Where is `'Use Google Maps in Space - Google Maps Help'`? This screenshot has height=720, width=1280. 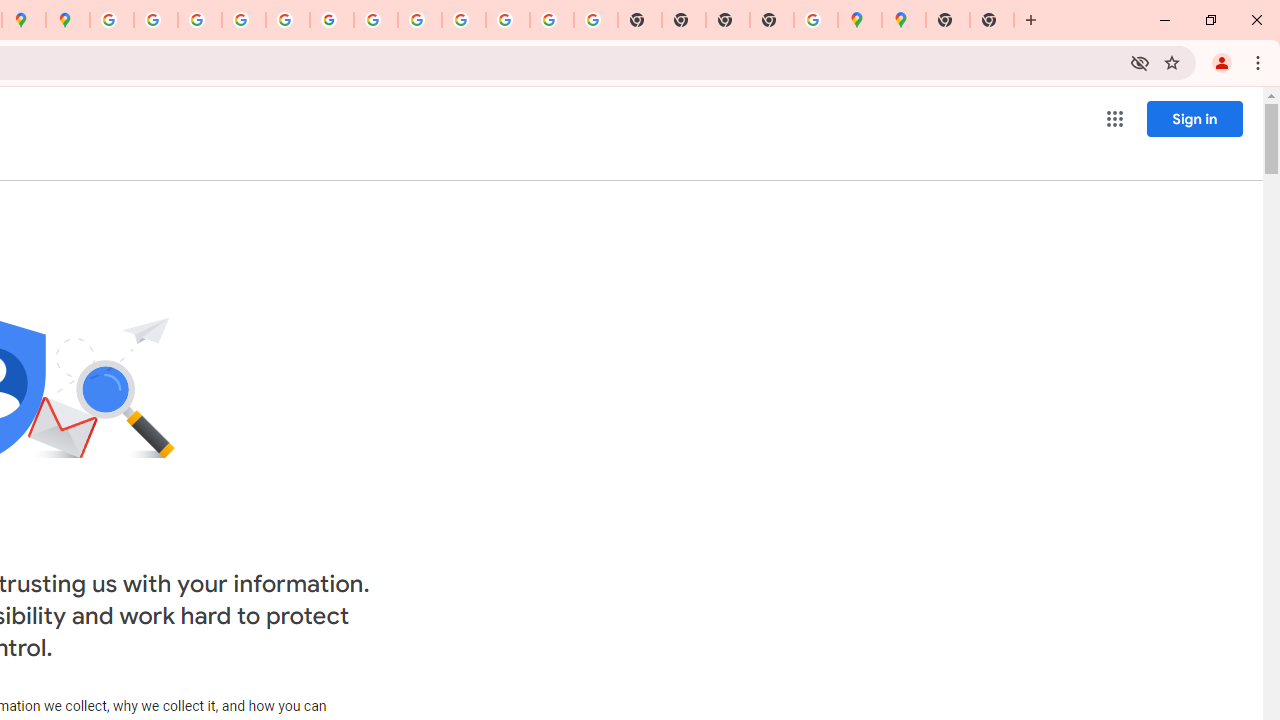
'Use Google Maps in Space - Google Maps Help' is located at coordinates (816, 20).